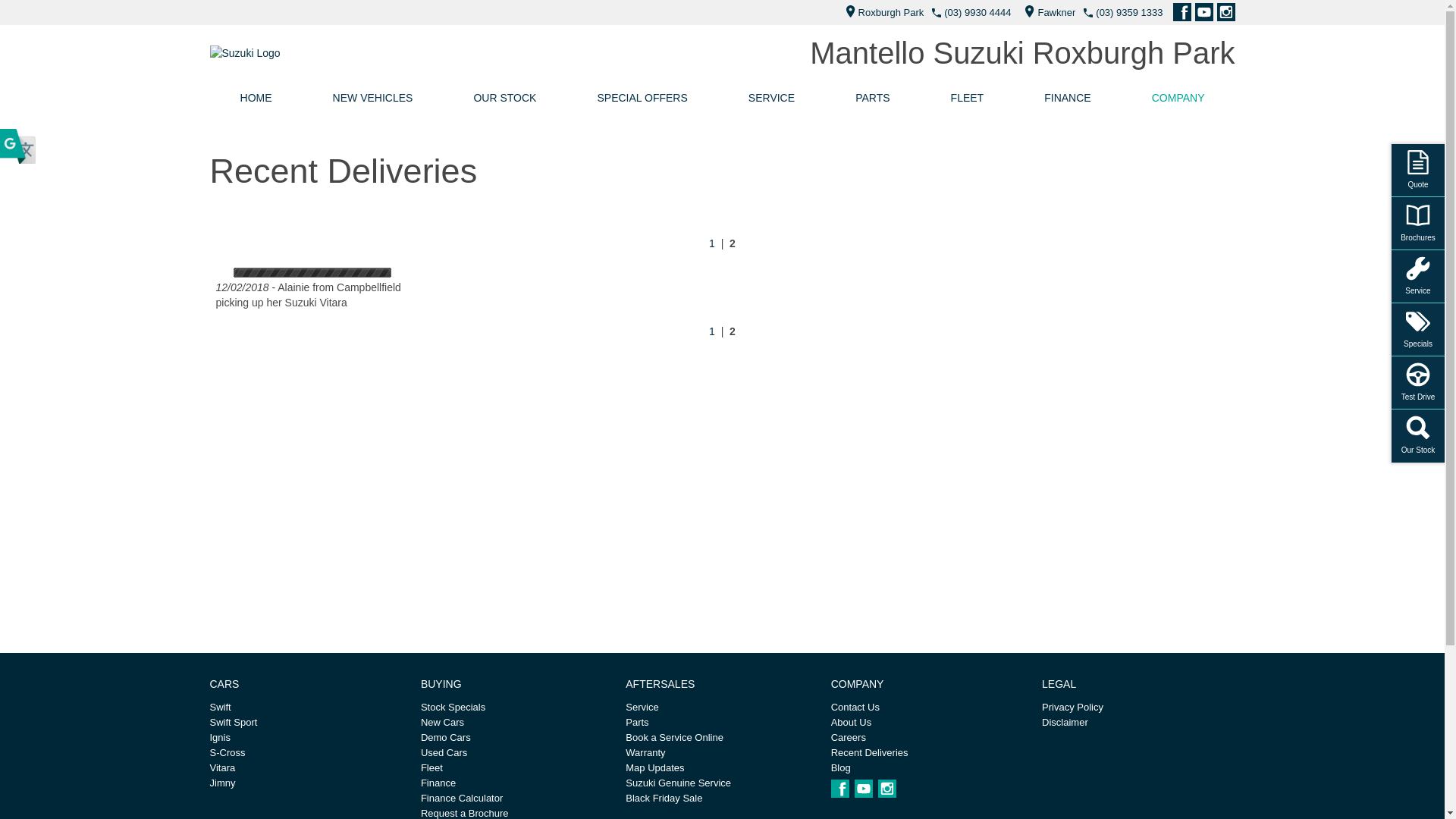 The width and height of the screenshot is (1456, 819). Describe the element at coordinates (504, 97) in the screenshot. I see `'OUR STOCK'` at that location.